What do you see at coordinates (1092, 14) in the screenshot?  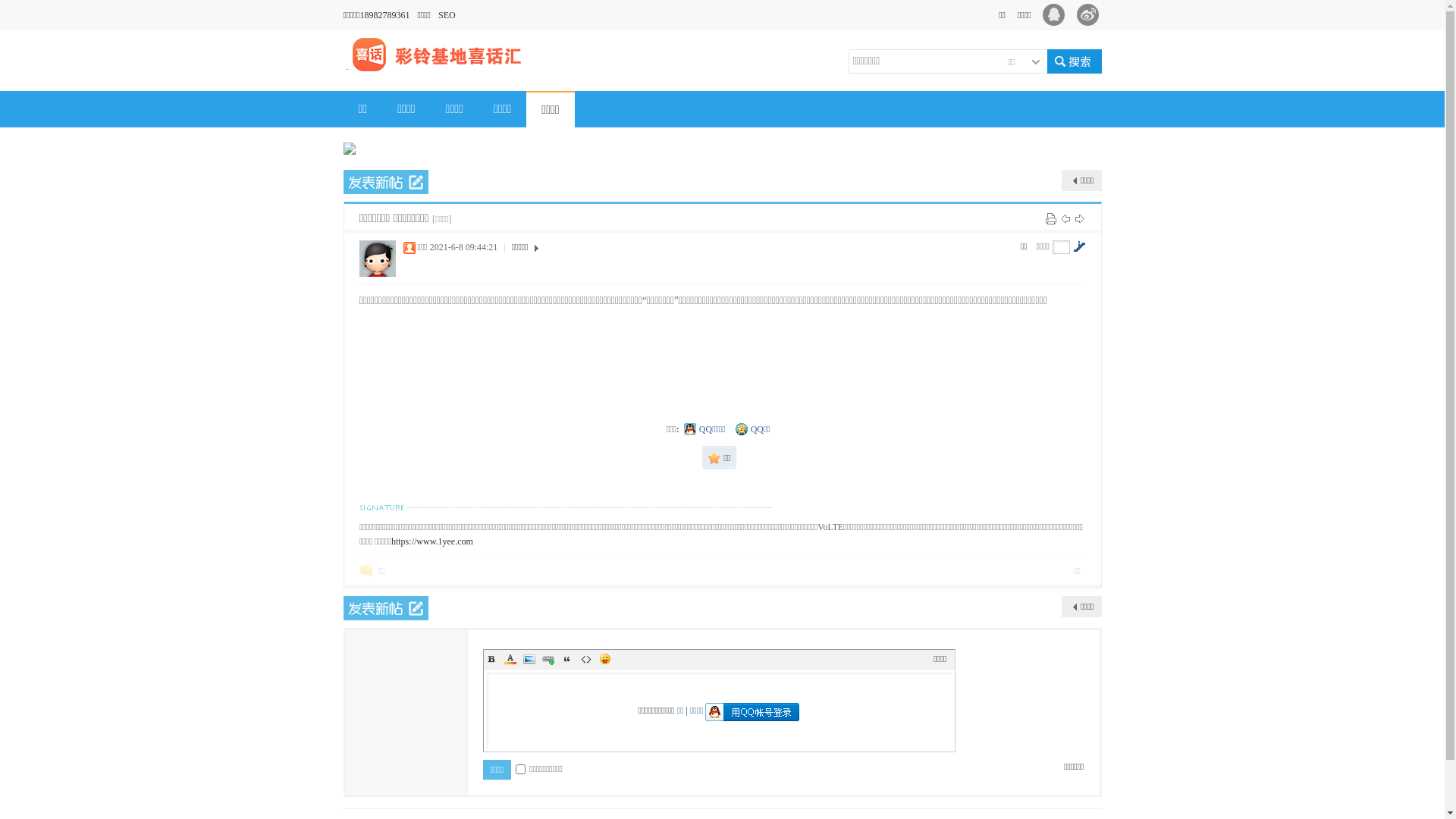 I see `'weibo'` at bounding box center [1092, 14].